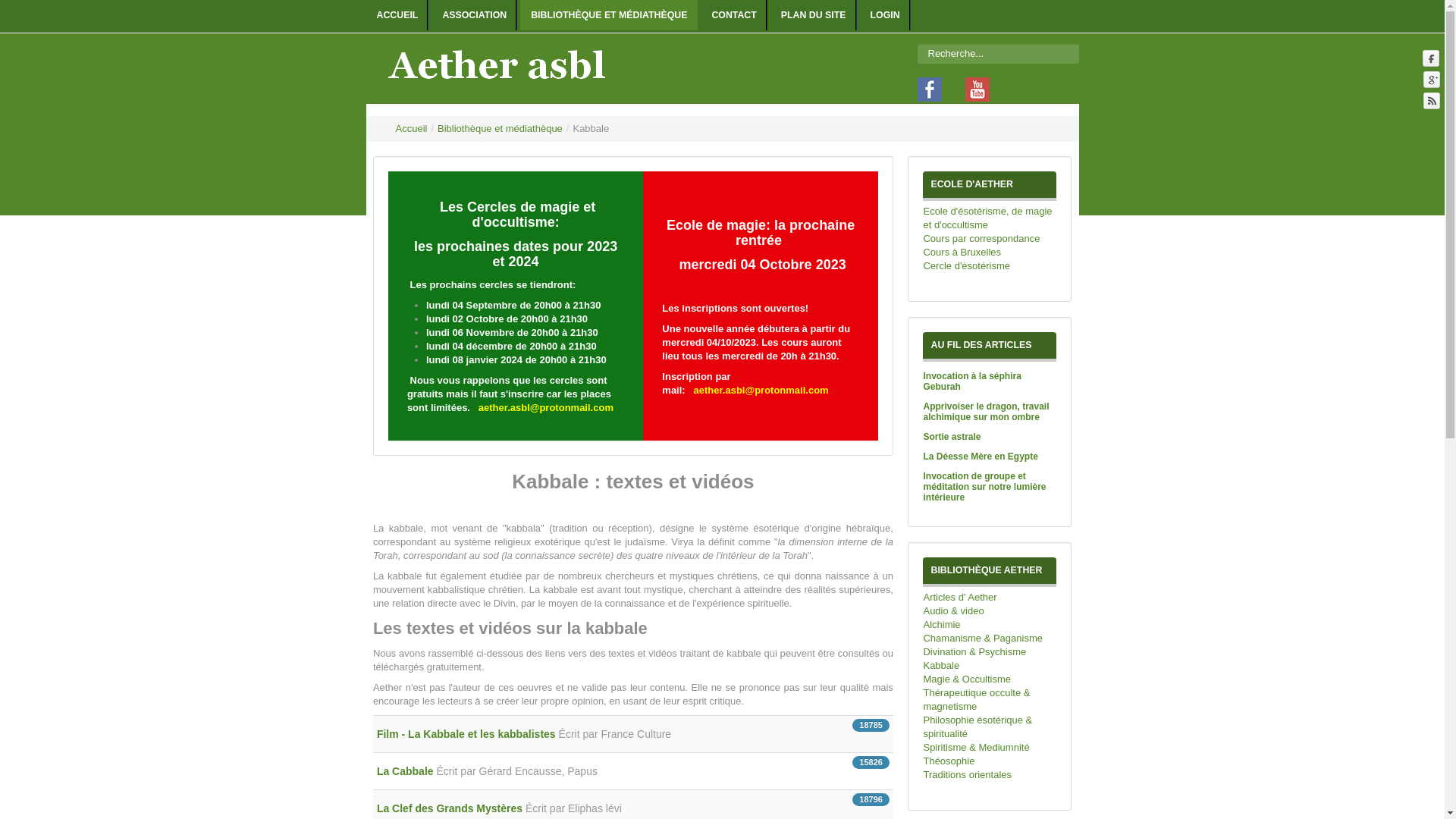  What do you see at coordinates (990, 775) in the screenshot?
I see `'Traditions orientales'` at bounding box center [990, 775].